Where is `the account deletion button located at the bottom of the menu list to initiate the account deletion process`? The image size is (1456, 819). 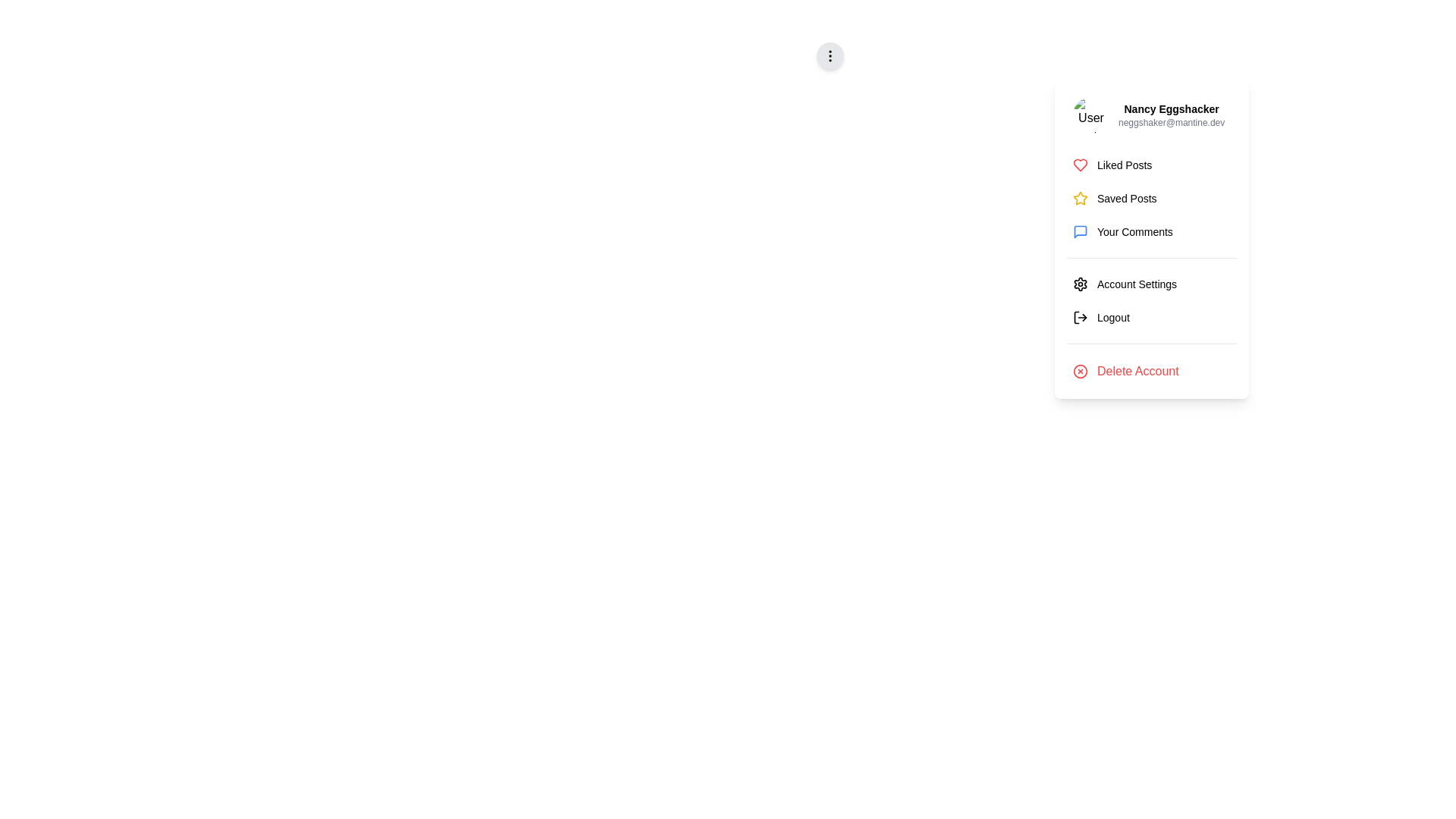
the account deletion button located at the bottom of the menu list to initiate the account deletion process is located at coordinates (1151, 371).